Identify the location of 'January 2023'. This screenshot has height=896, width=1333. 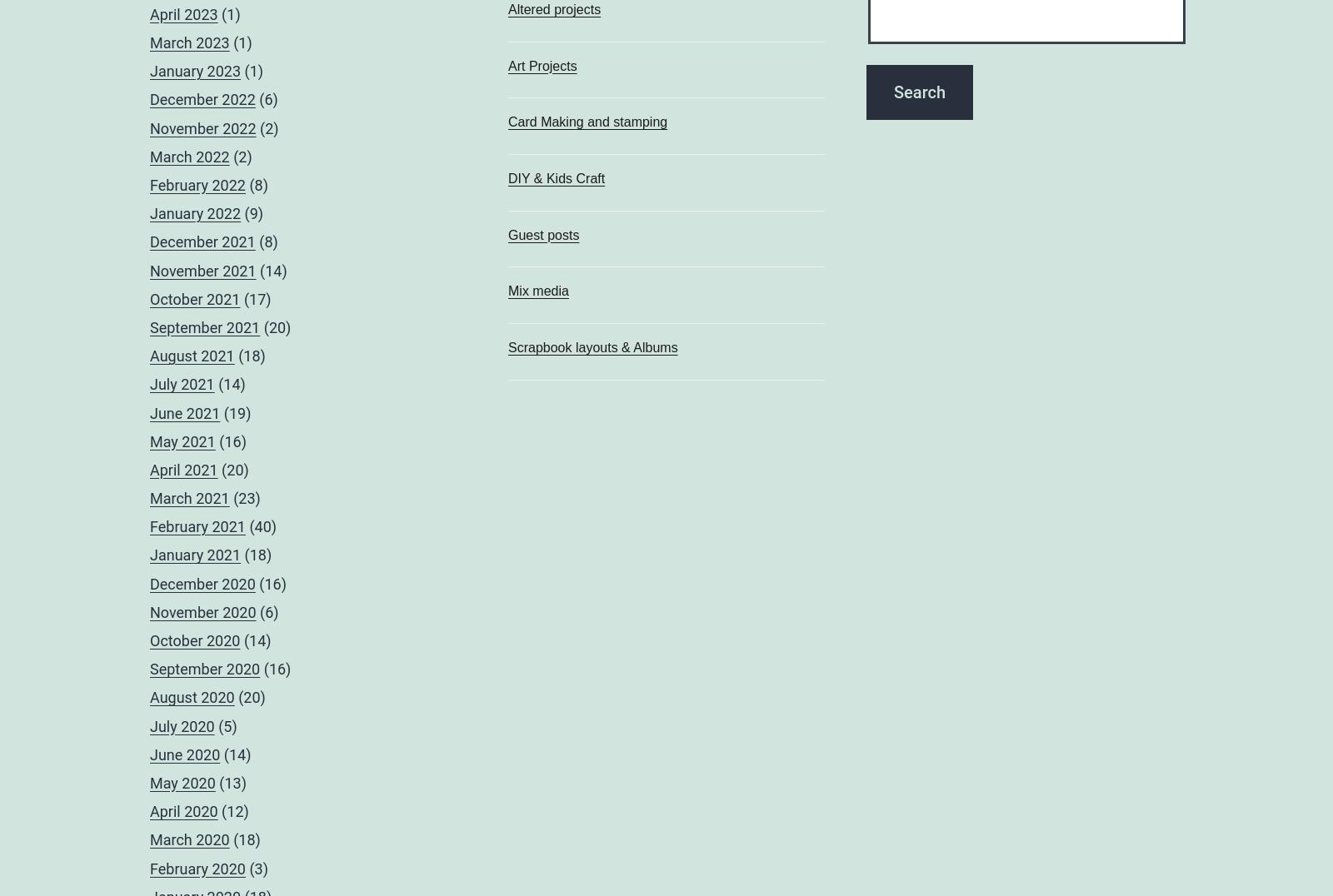
(149, 71).